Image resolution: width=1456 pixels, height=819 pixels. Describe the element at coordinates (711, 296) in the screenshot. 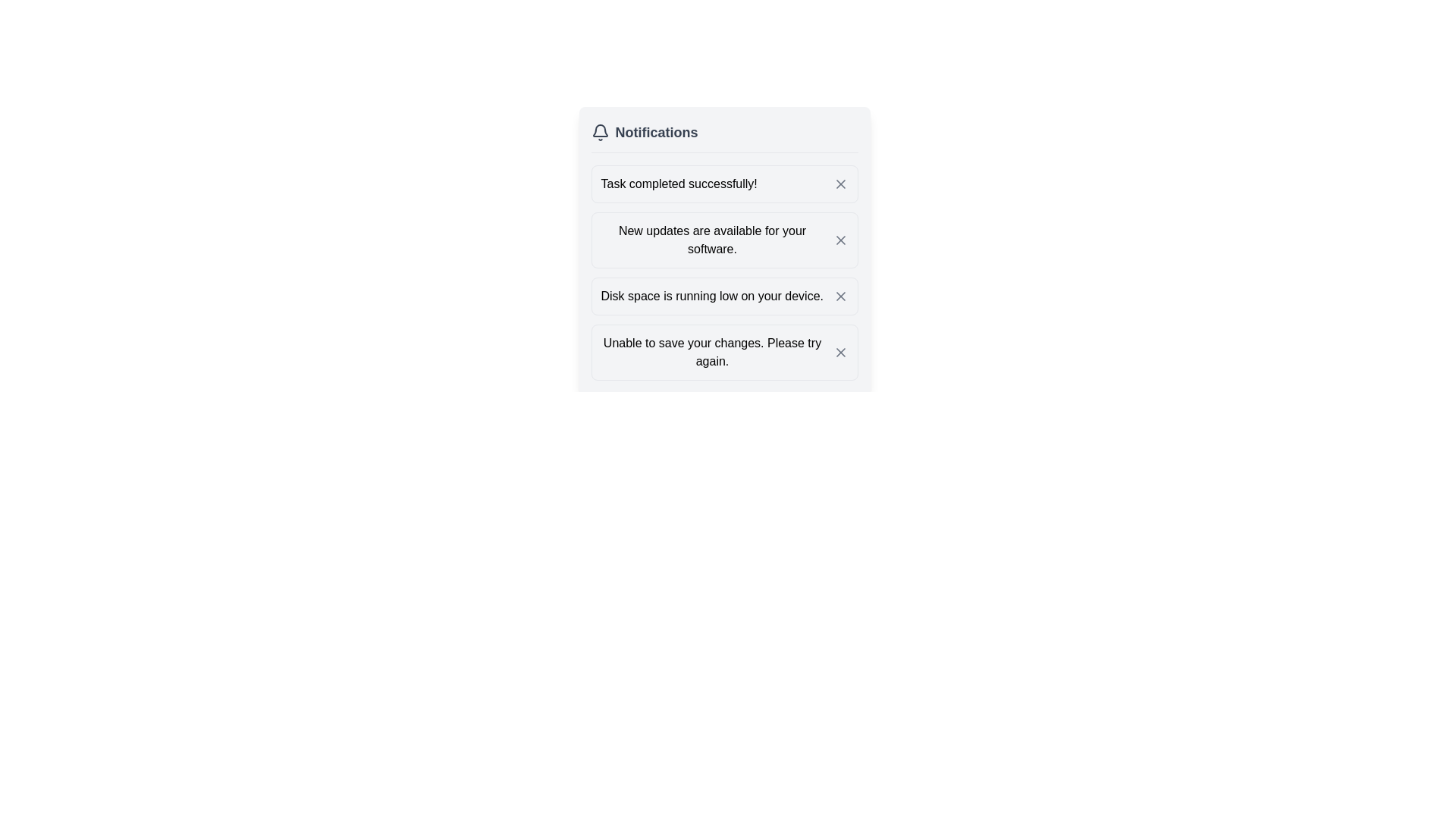

I see `the static text notification displaying 'Disk space is running low on your device.' in the notification panel, which has a highlighted background indicating an alert` at that location.